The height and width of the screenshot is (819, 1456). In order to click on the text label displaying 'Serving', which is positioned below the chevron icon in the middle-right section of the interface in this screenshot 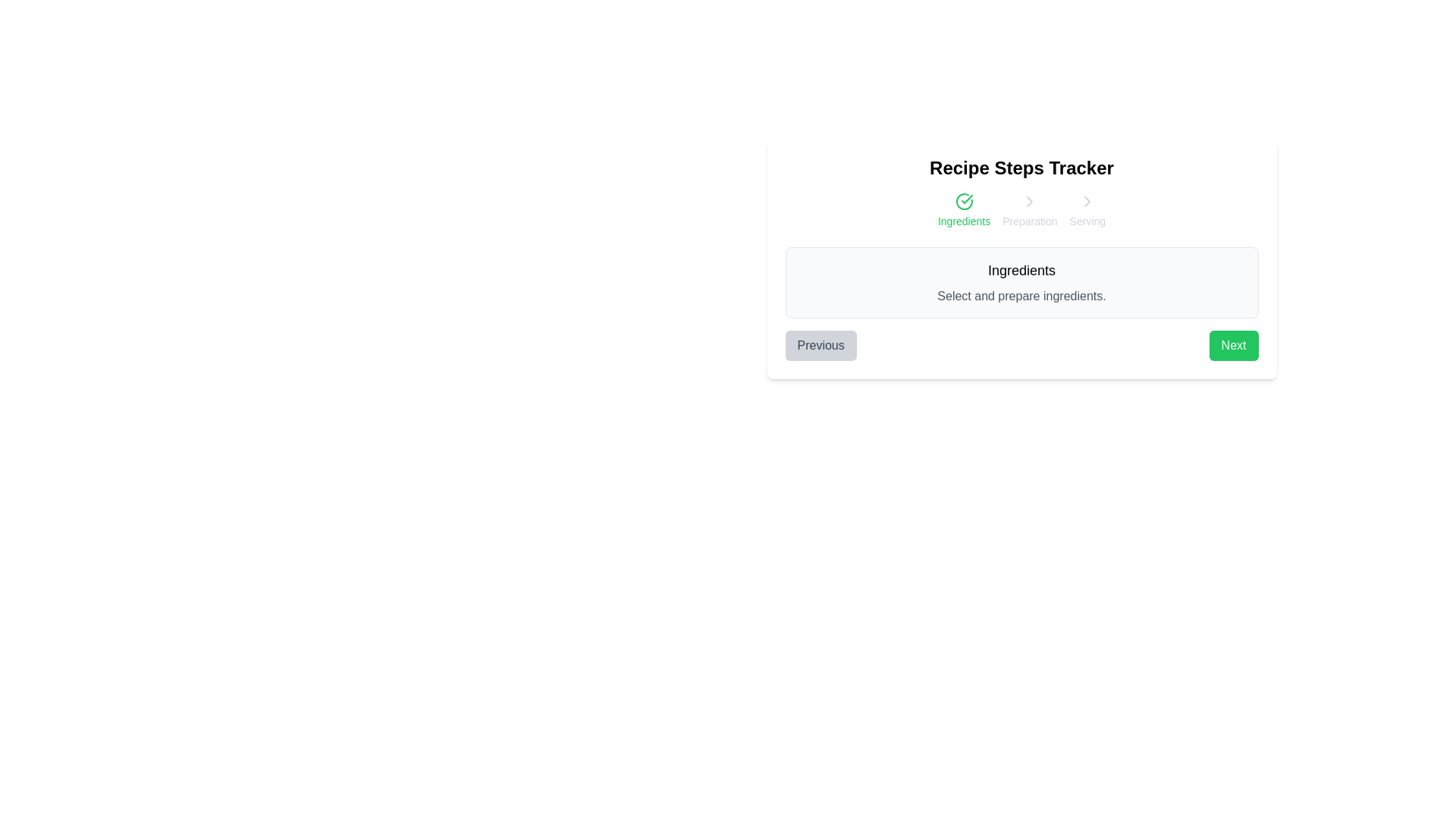, I will do `click(1087, 221)`.